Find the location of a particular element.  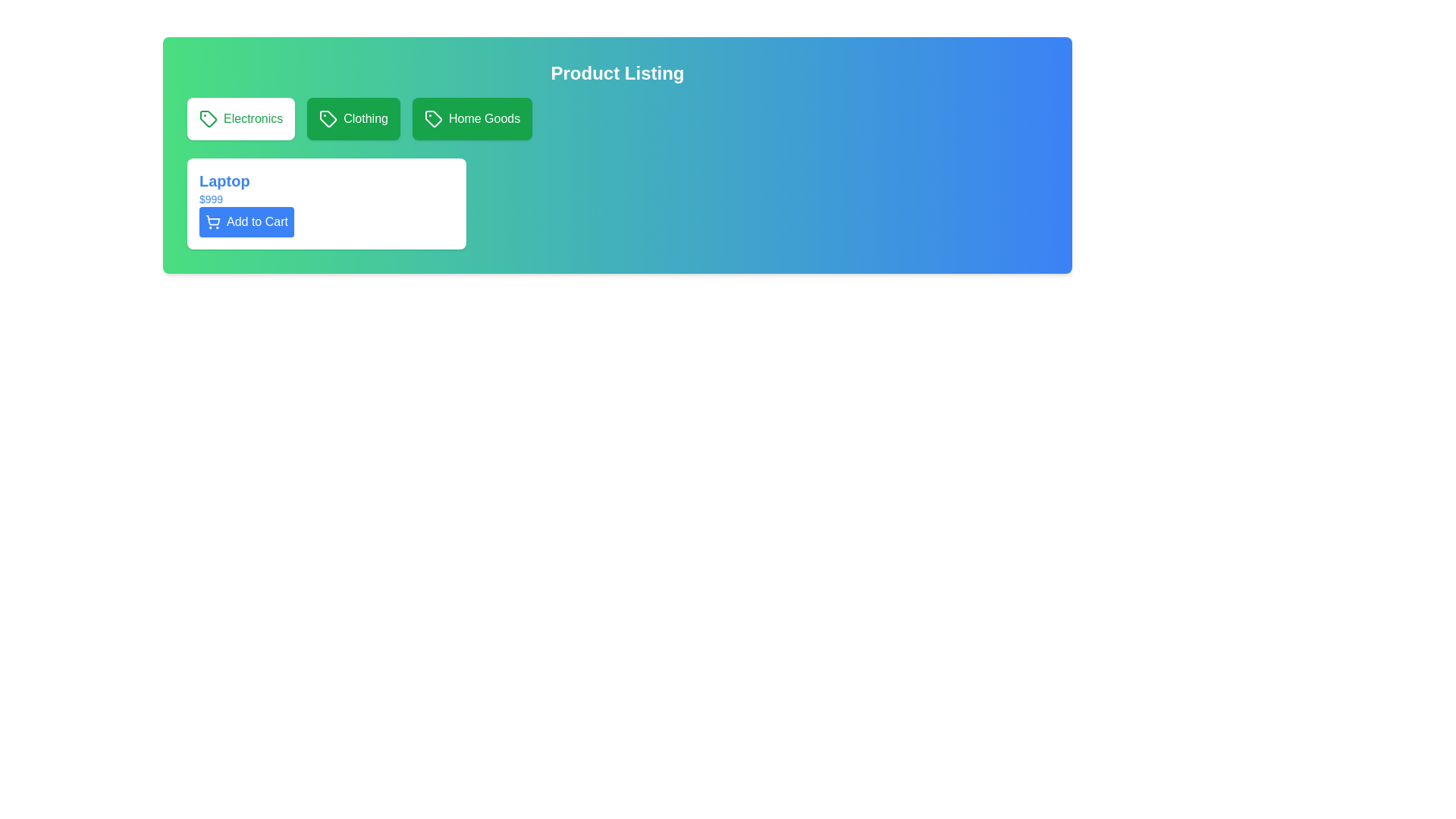

the 'Electronics' category button represented by an SVG Icon located in the upper left of the page is located at coordinates (207, 118).